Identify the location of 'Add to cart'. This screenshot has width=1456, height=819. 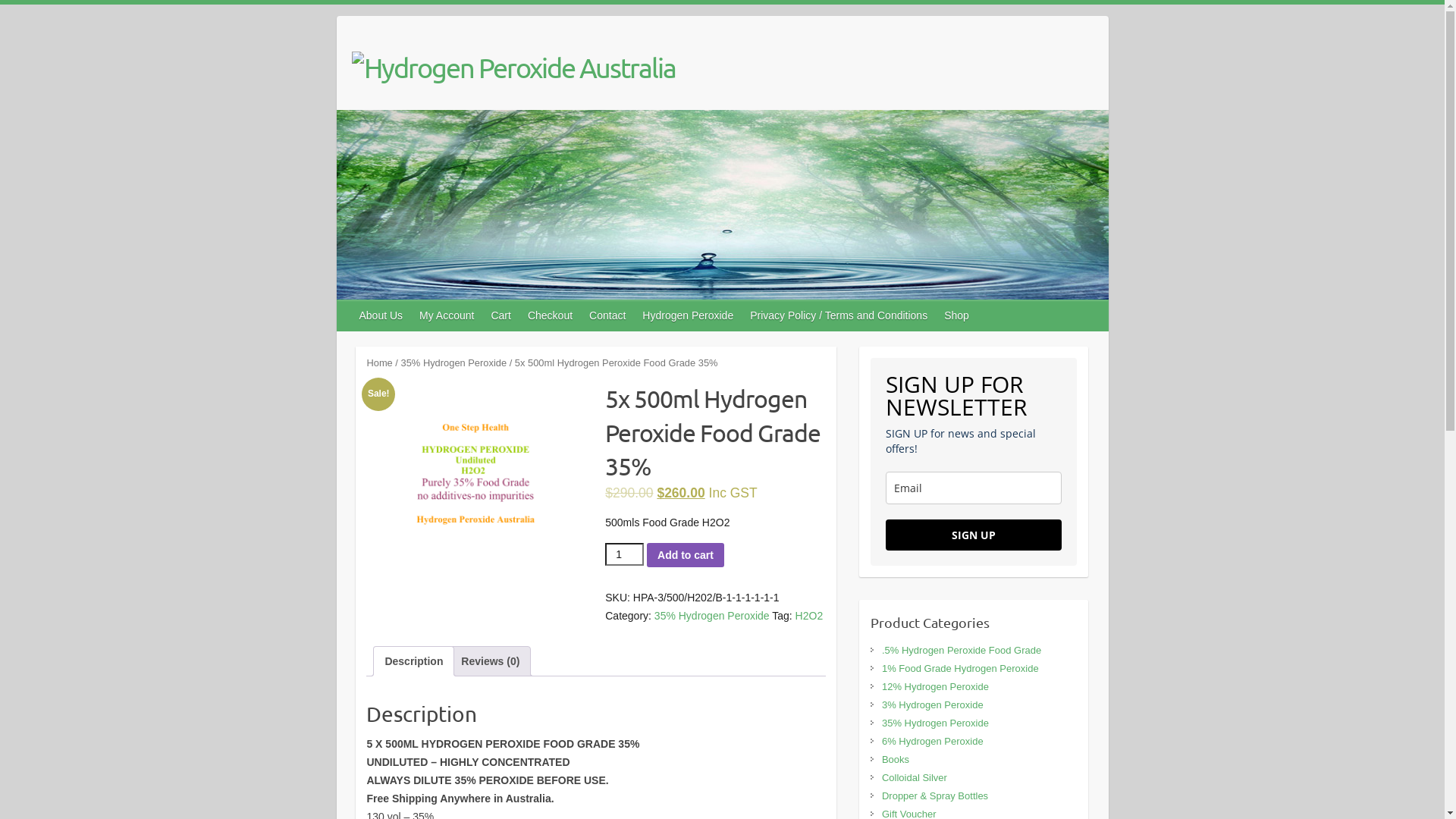
(684, 554).